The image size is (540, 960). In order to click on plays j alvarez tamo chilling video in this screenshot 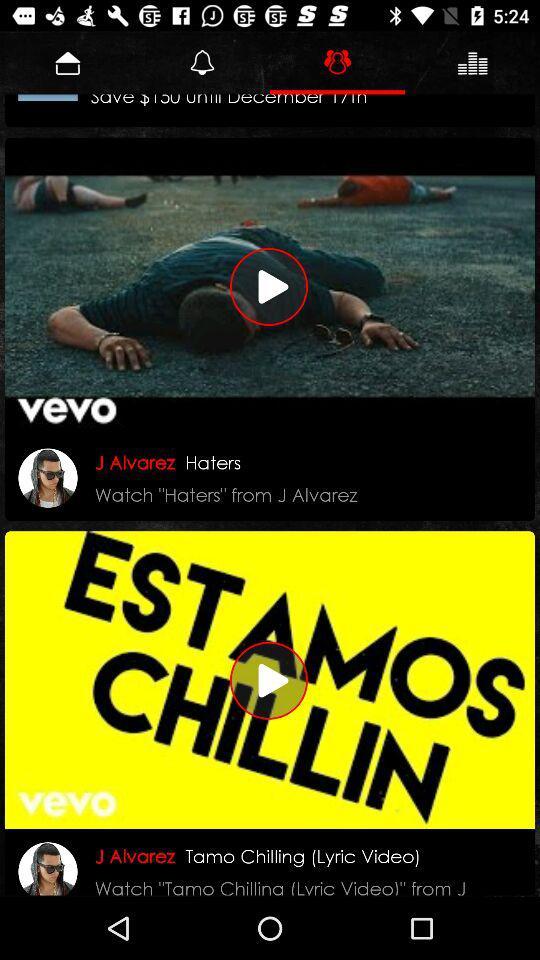, I will do `click(270, 680)`.